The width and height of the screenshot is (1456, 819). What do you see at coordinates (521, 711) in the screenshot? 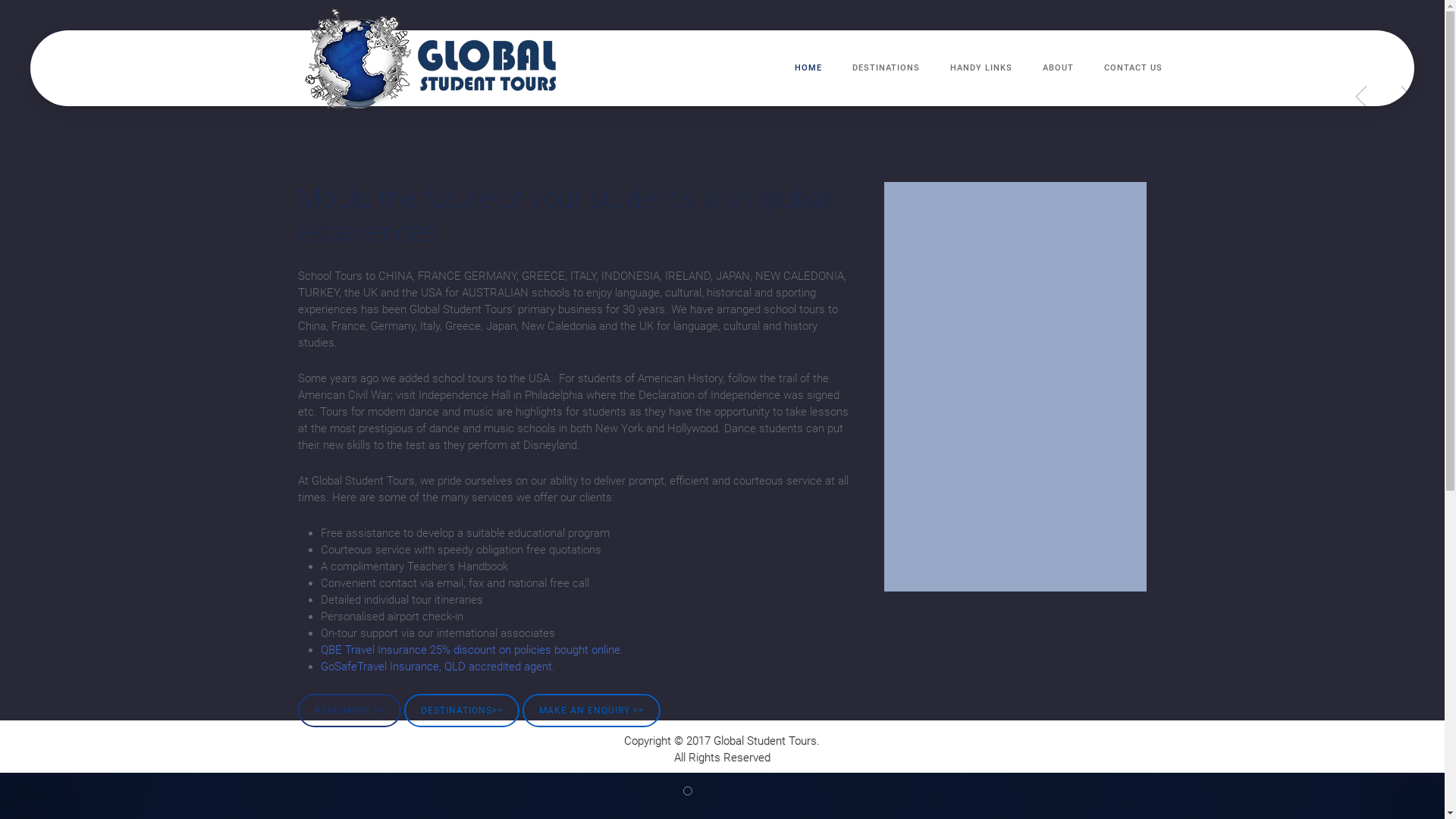
I see `'MAKE AN ENQUIRY >>'` at bounding box center [521, 711].